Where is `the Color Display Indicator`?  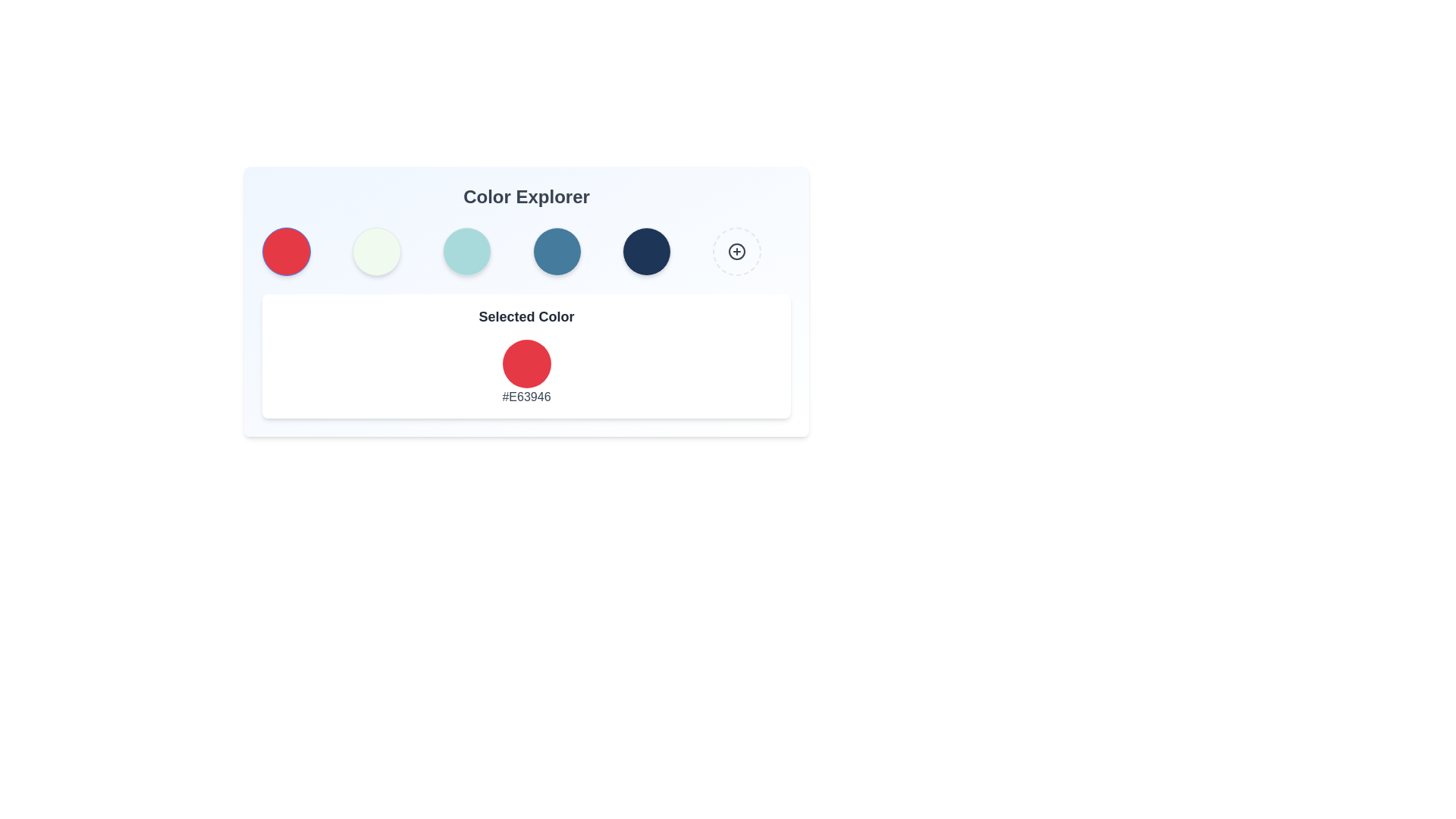 the Color Display Indicator is located at coordinates (526, 363).